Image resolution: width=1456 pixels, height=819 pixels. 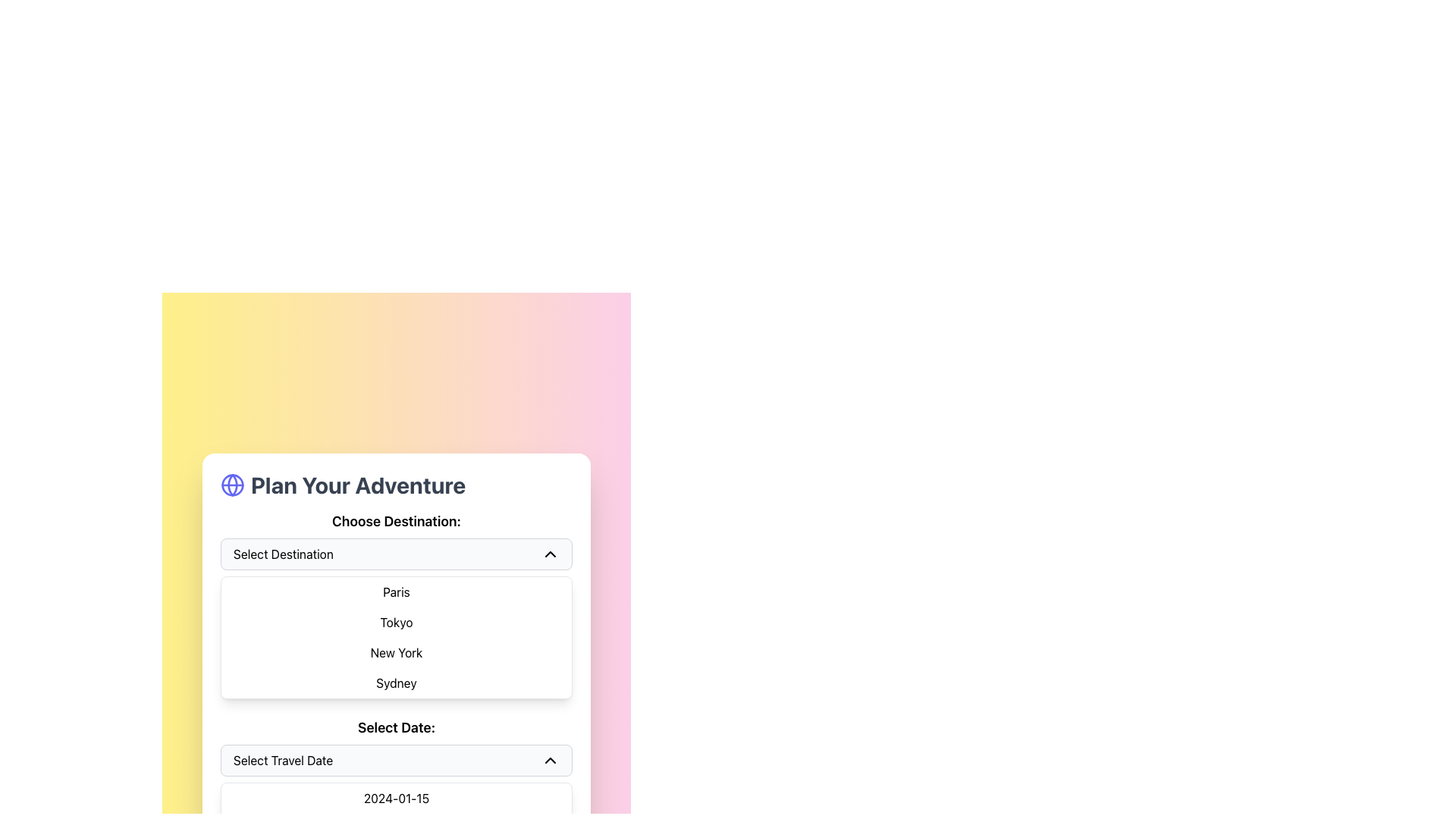 I want to click on the globe icon, which is styled in a minimalist design with thin, rounded strokes and rendered in a vibrant indigo color, located to the left of the text 'Plan Your Adventure', so click(x=232, y=485).